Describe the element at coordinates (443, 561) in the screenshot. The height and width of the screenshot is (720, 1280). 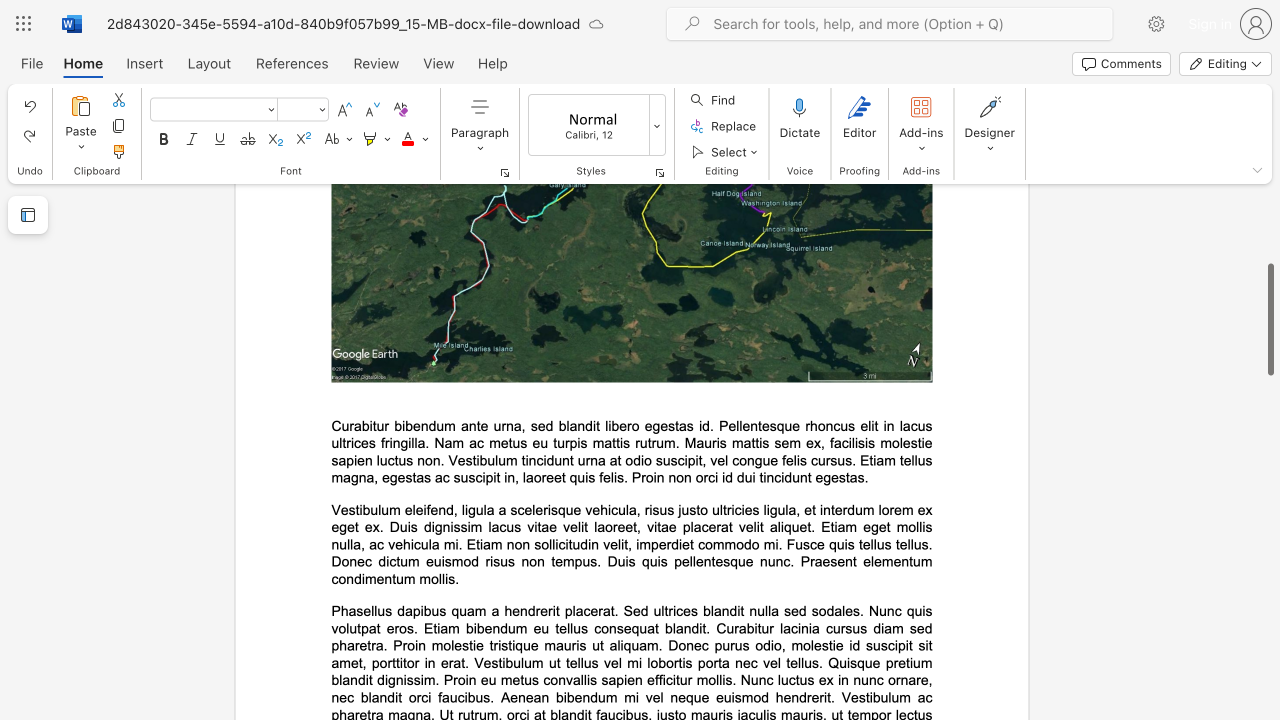
I see `the subset text "smod ri" within the text "Vestibulum eleifend, ligula a scelerisque vehicula, risus justo ultricies ligula, et interdum lorem ex eget ex. Duis dignissim lacus vitae velit laoreet, vitae placerat velit aliquet. Etiam eget mollis nulla, ac vehicula mi. Etiam non sollicitudin velit, imperdiet commodo mi. Fusce quis tellus tellus. Donec dictum euismod risus non tempus. Duis quis pellentesque nunc. Praesent elementum condimentum mollis."` at that location.